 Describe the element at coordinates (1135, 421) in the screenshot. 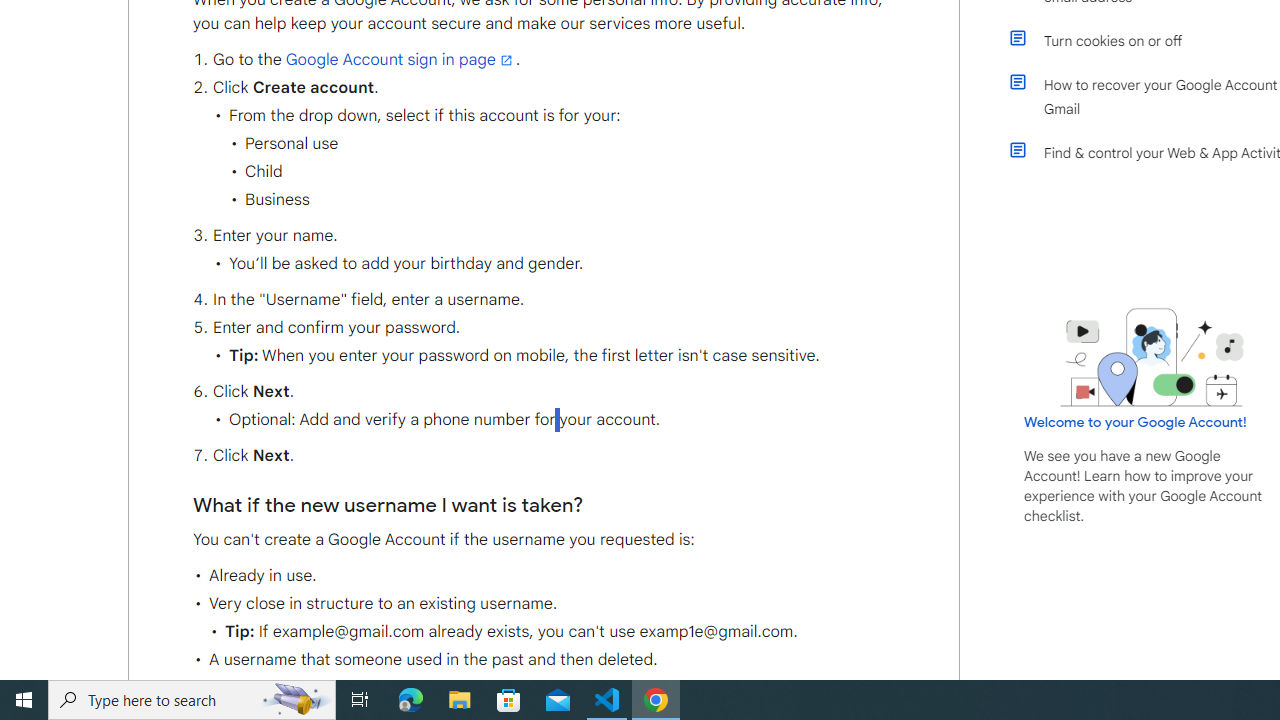

I see `'Welcome to your Google Account!'` at that location.